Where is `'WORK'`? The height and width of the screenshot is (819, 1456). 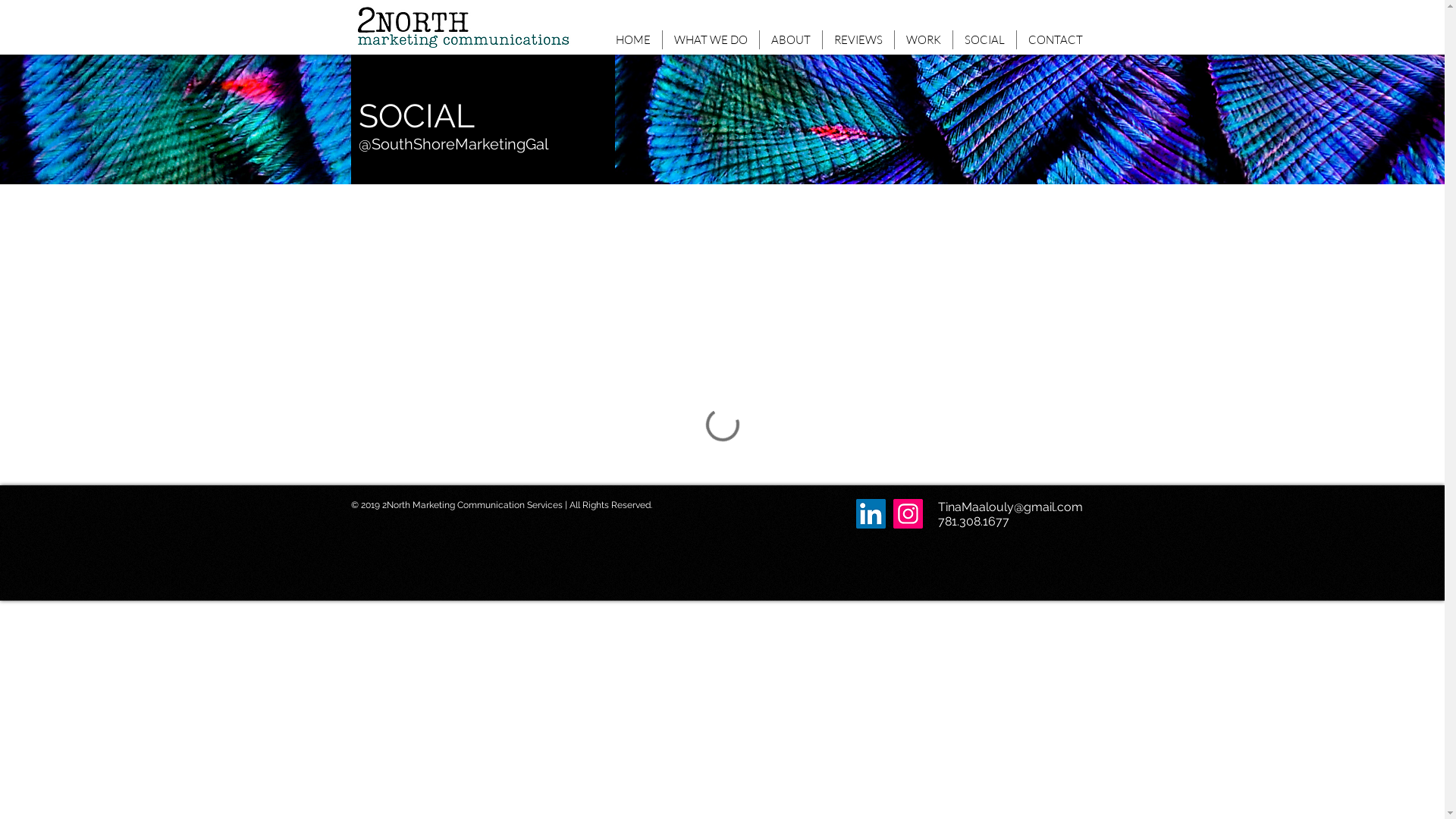 'WORK' is located at coordinates (923, 39).